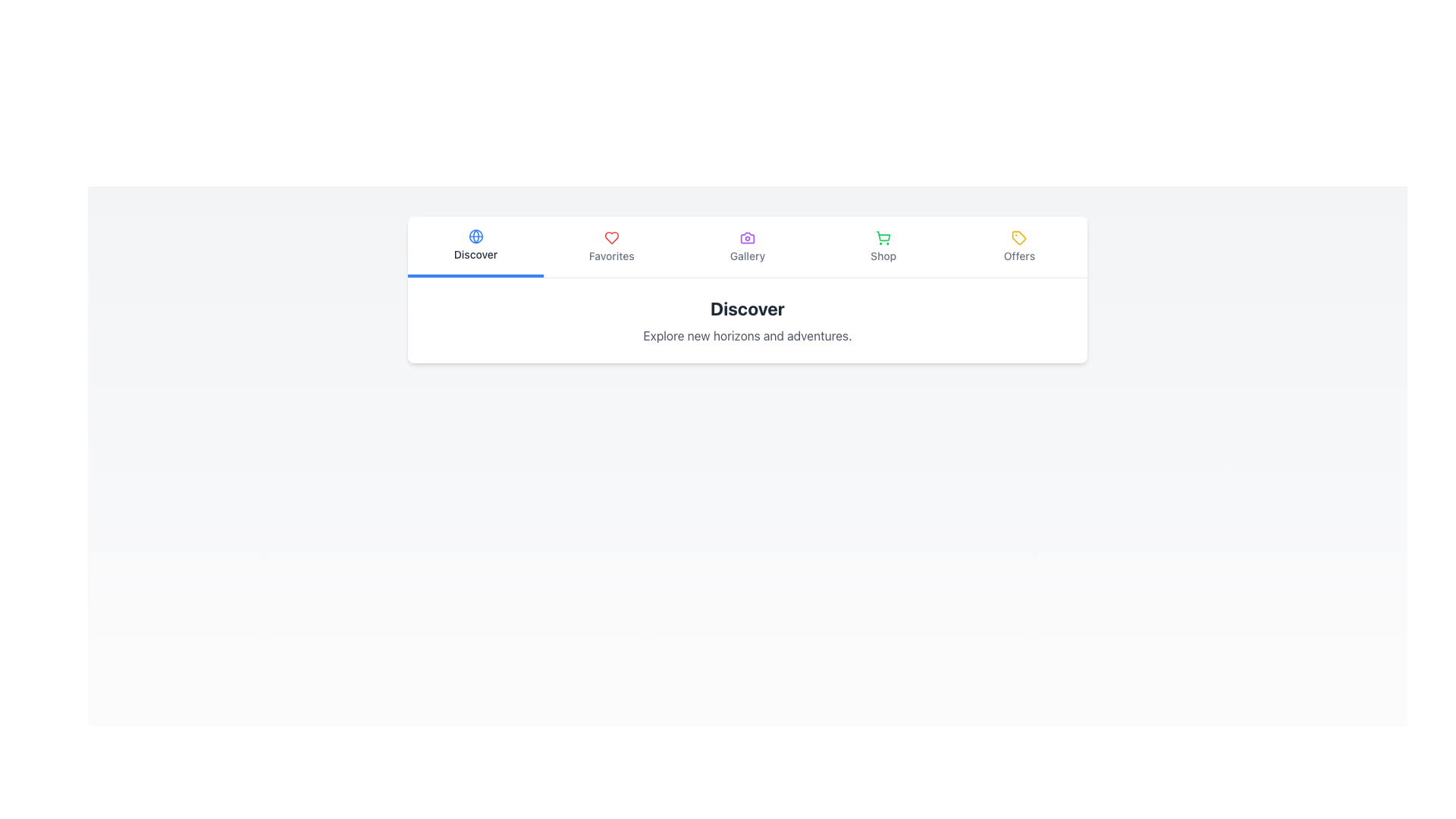 This screenshot has width=1456, height=819. I want to click on text label 'Favorites' which is styled in a small and medium-weight font, positioned below a red heart icon, and is the second item in a horizontal menu bar, so click(611, 256).